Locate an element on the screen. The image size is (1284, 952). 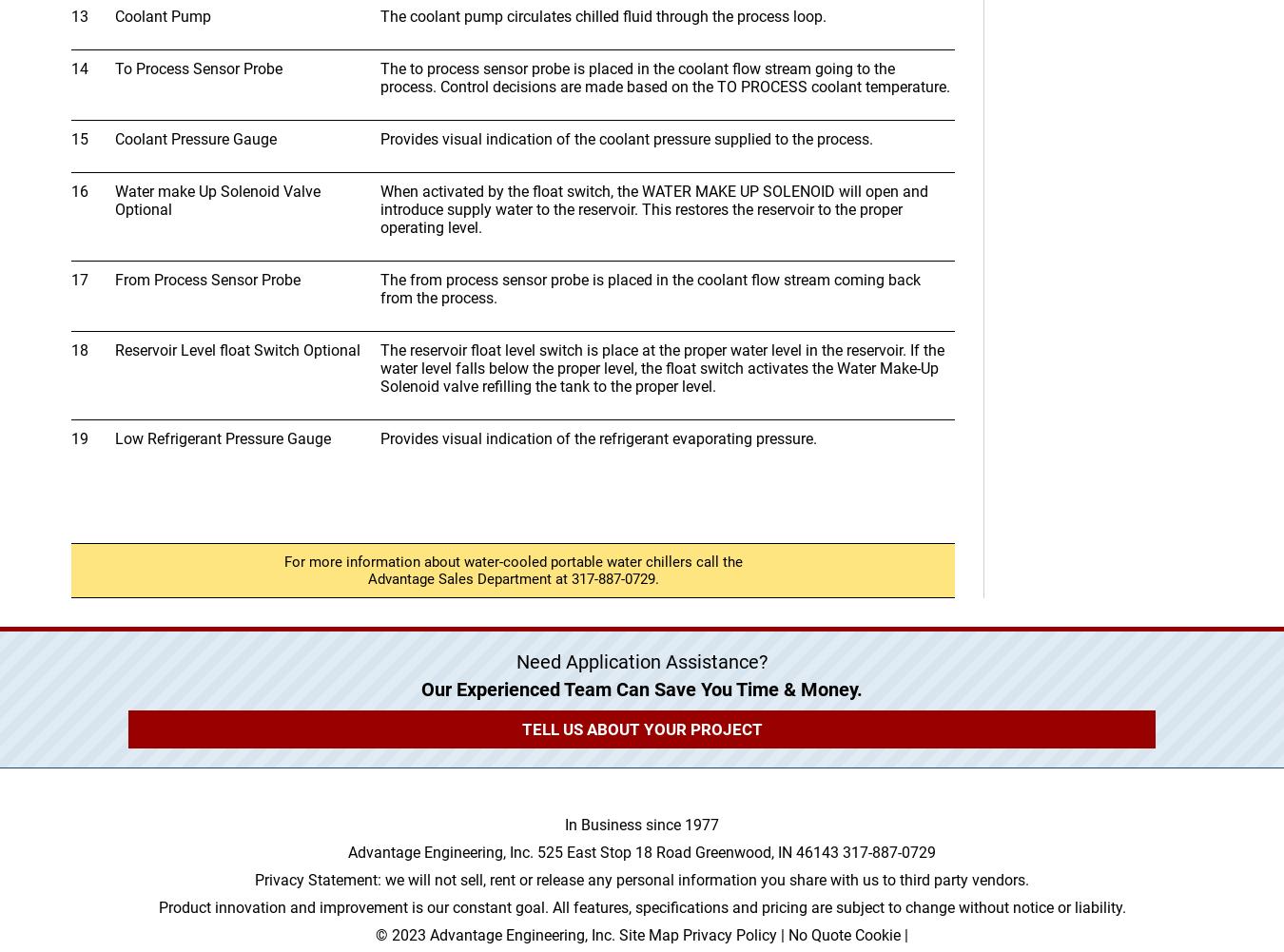
'16' is located at coordinates (78, 191).